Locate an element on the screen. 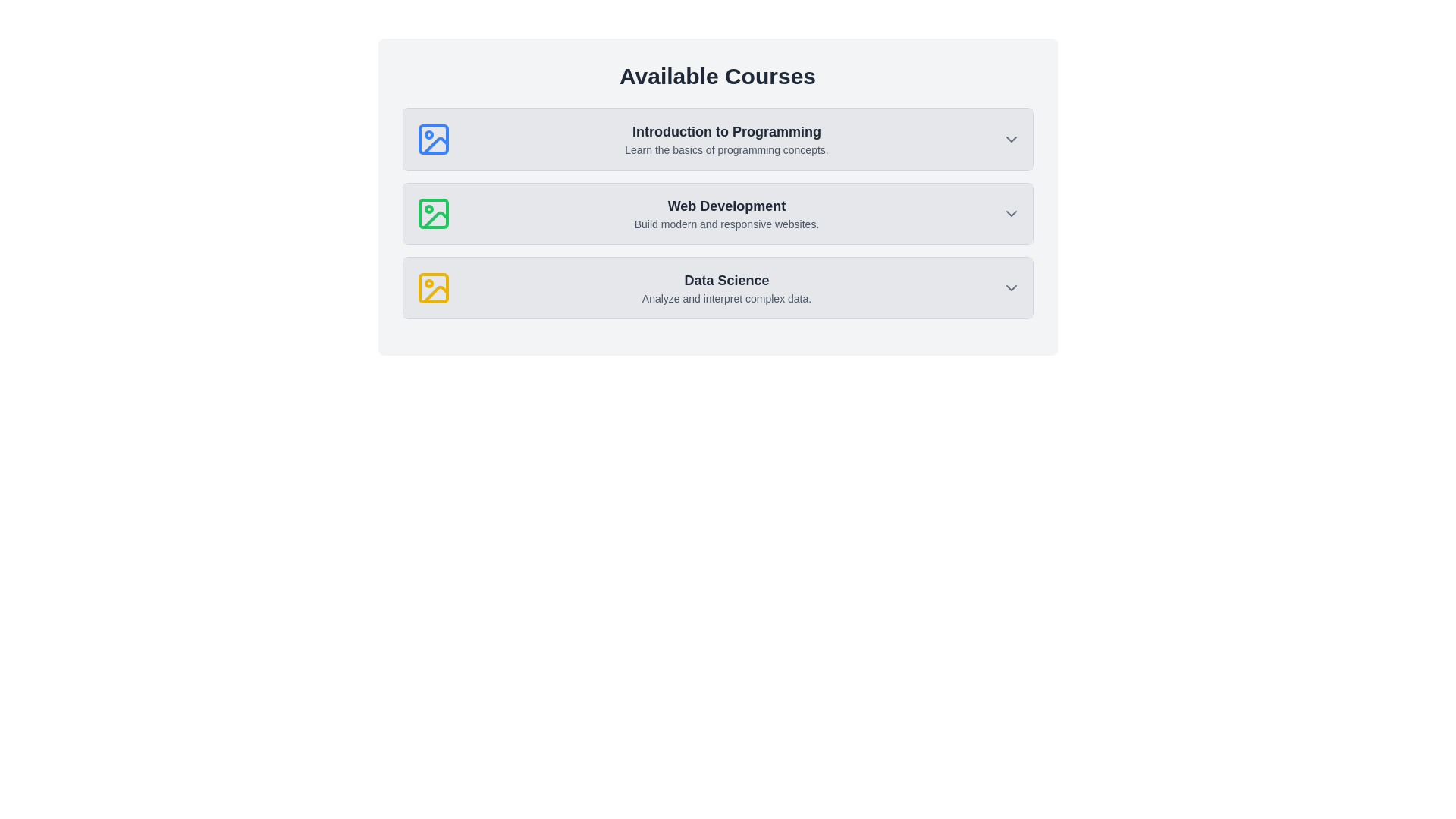 This screenshot has height=819, width=1456. the graphical element within the bottom-most yellow-themed icon, which is positioned to the left of the 'Data Science' course title is located at coordinates (432, 288).